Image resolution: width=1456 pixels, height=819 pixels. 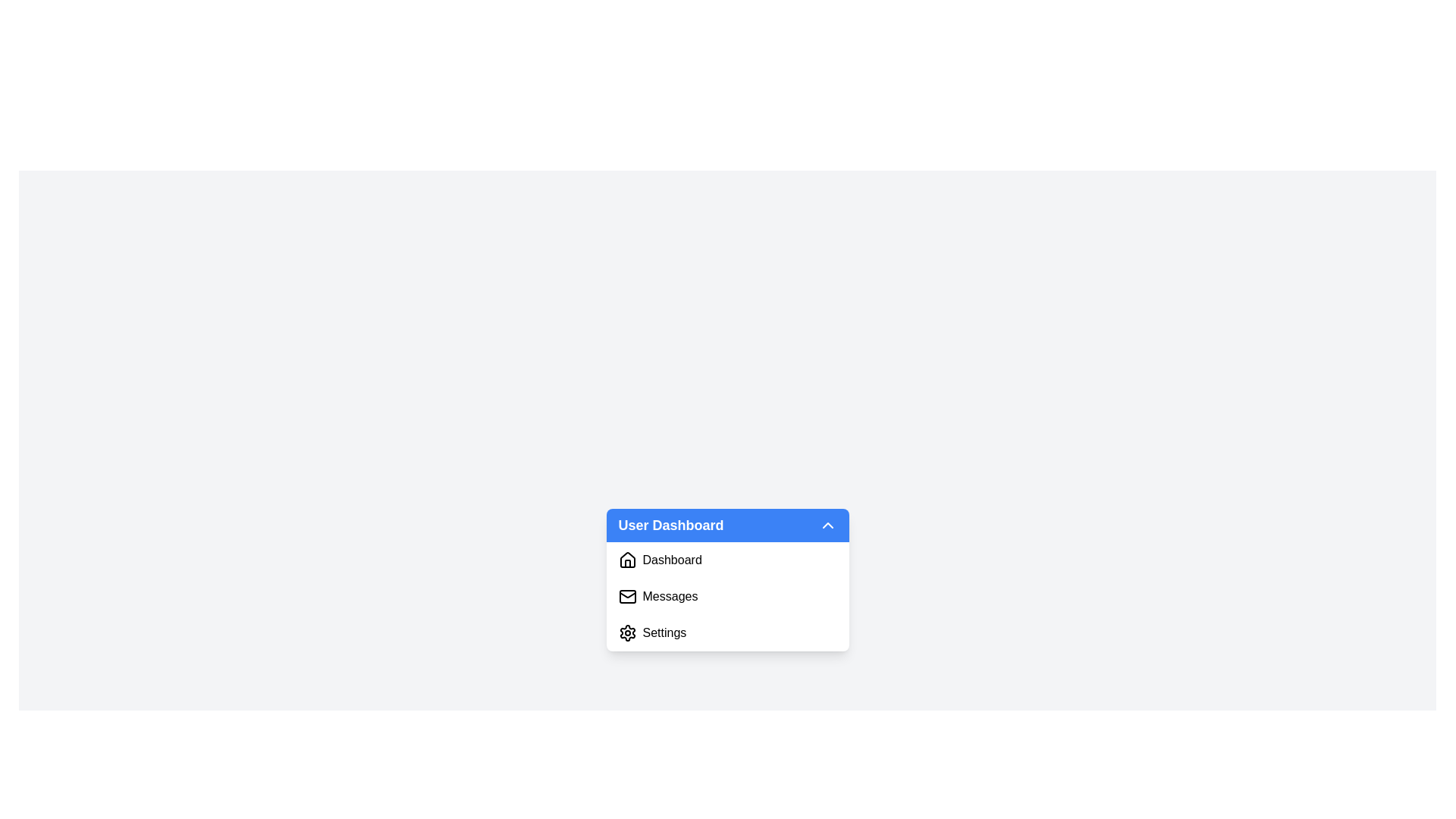 I want to click on the Dropdown menu located centrally in the viewport, so click(x=726, y=579).